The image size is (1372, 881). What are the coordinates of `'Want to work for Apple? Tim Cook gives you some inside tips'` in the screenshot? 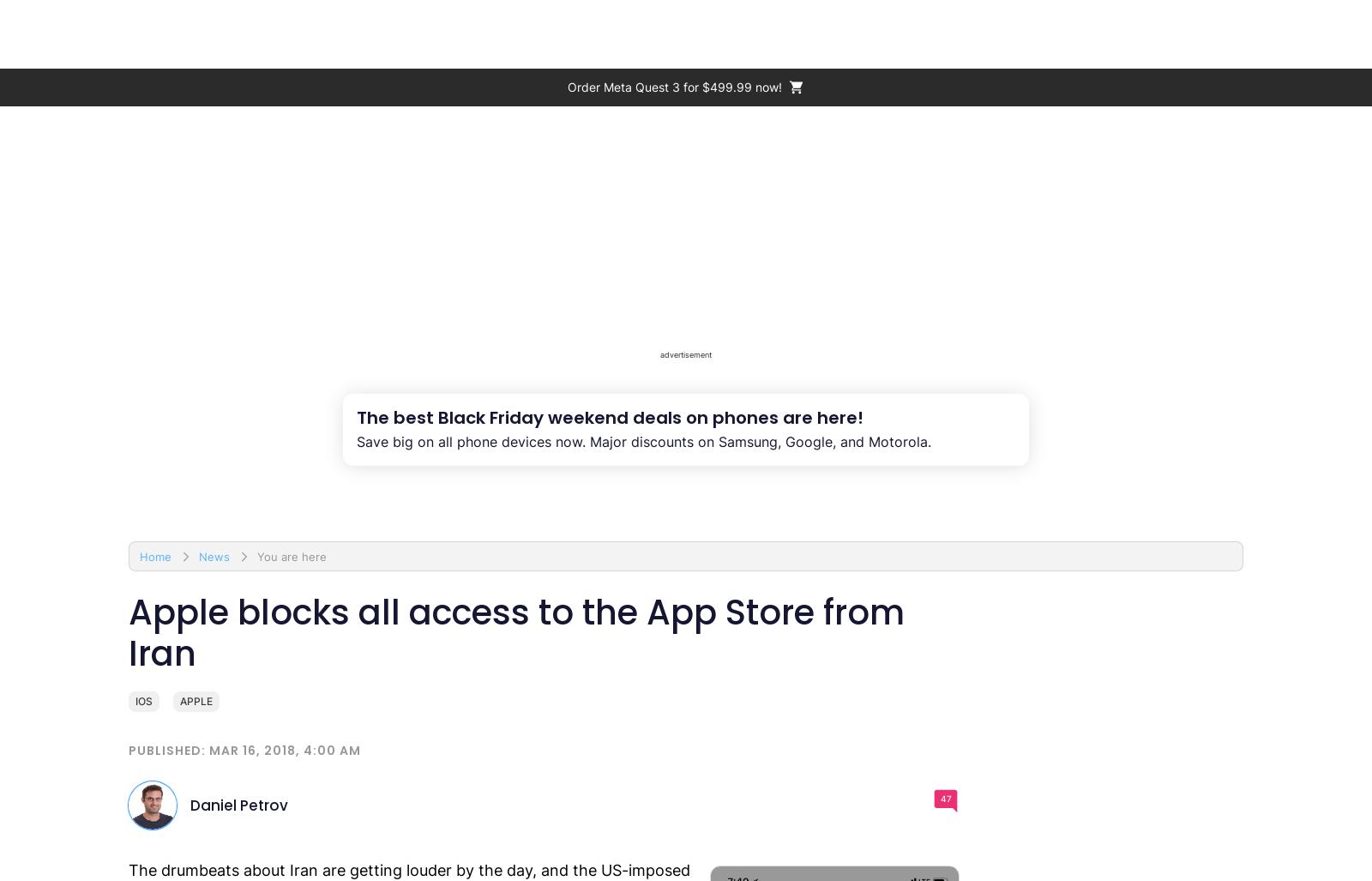 It's located at (352, 527).